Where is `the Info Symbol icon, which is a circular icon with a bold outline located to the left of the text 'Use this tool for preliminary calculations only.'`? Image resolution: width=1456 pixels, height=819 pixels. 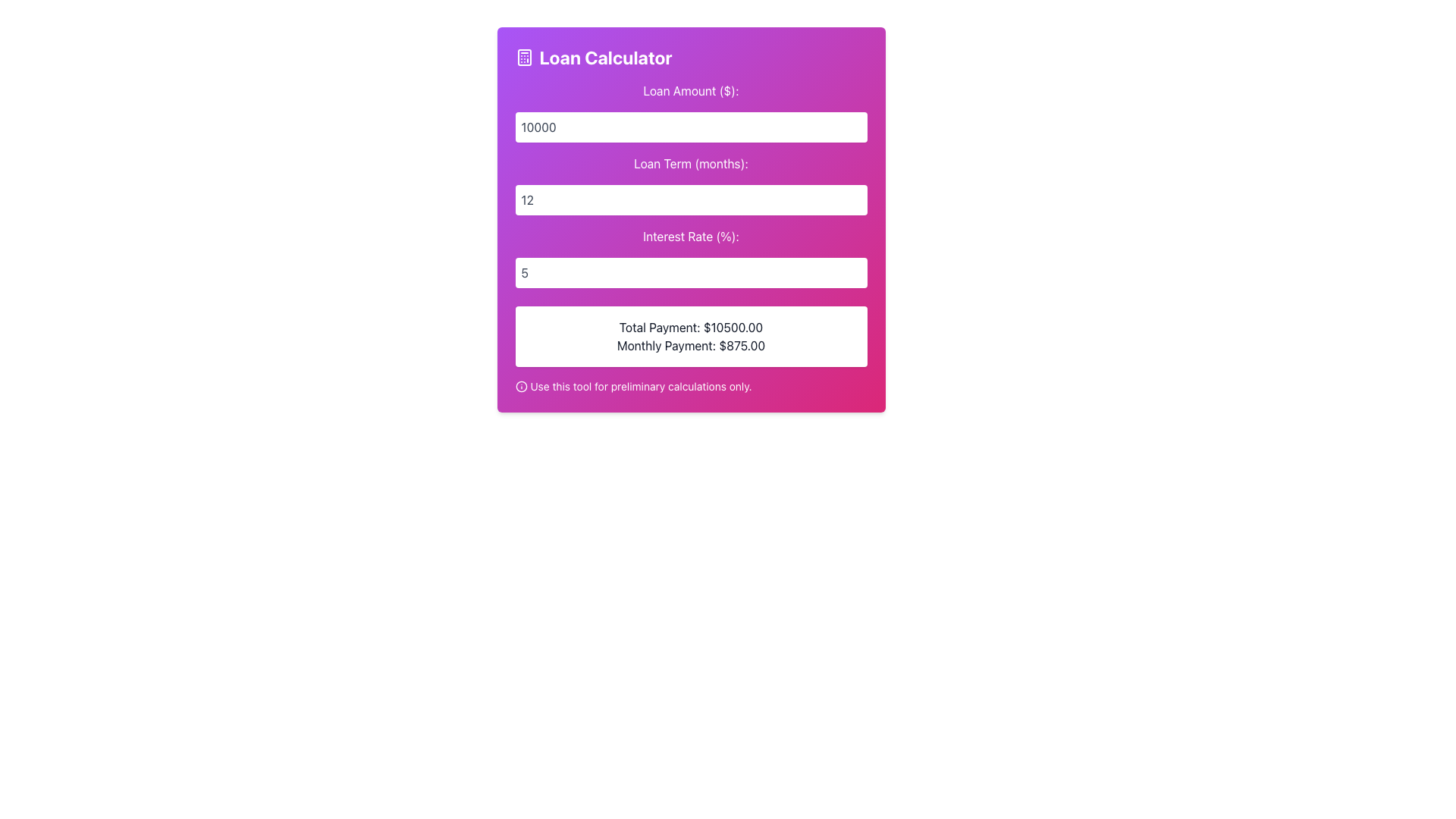 the Info Symbol icon, which is a circular icon with a bold outline located to the left of the text 'Use this tool for preliminary calculations only.' is located at coordinates (521, 385).